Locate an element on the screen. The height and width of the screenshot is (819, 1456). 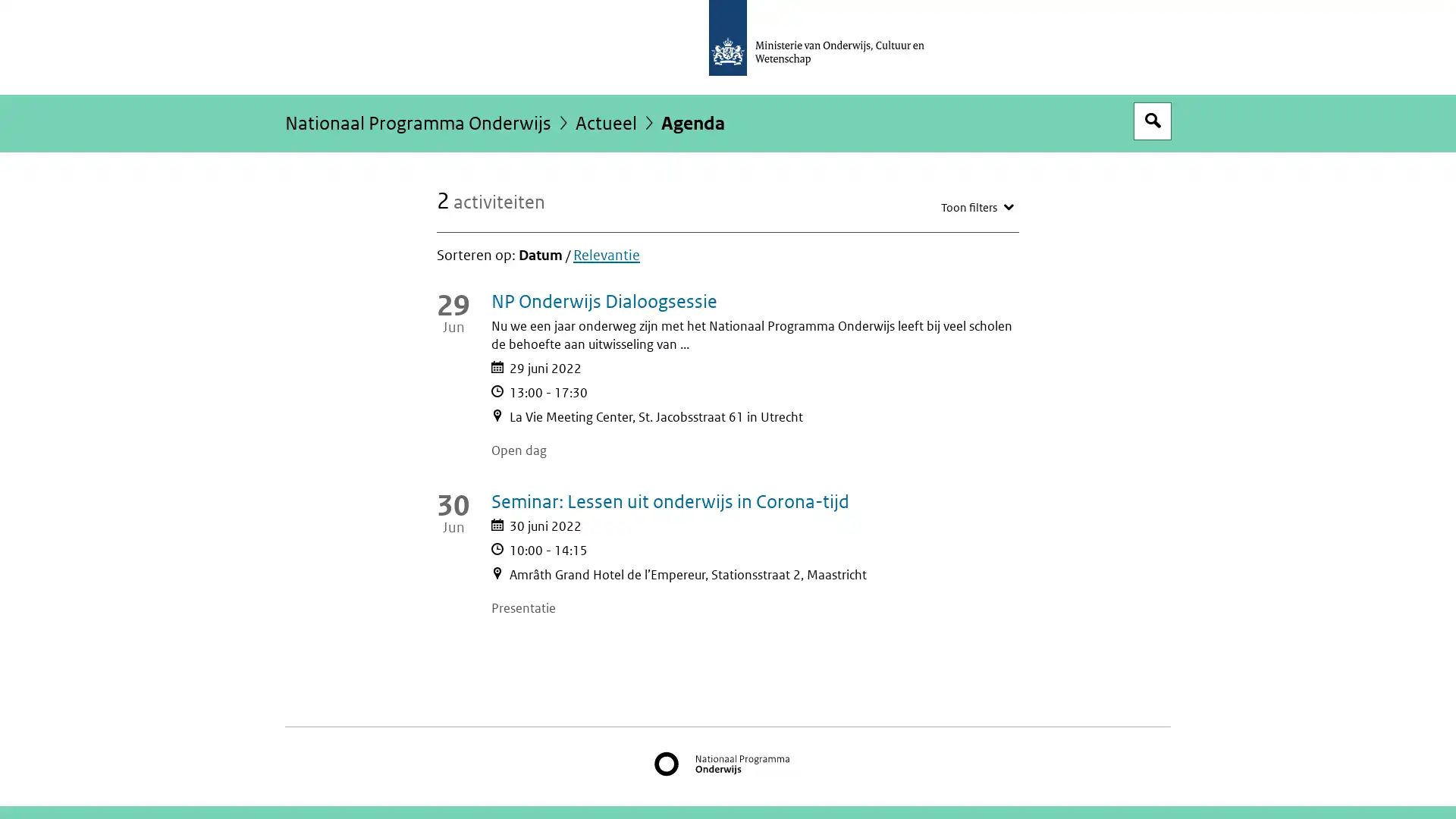
Toon filters is located at coordinates (977, 207).